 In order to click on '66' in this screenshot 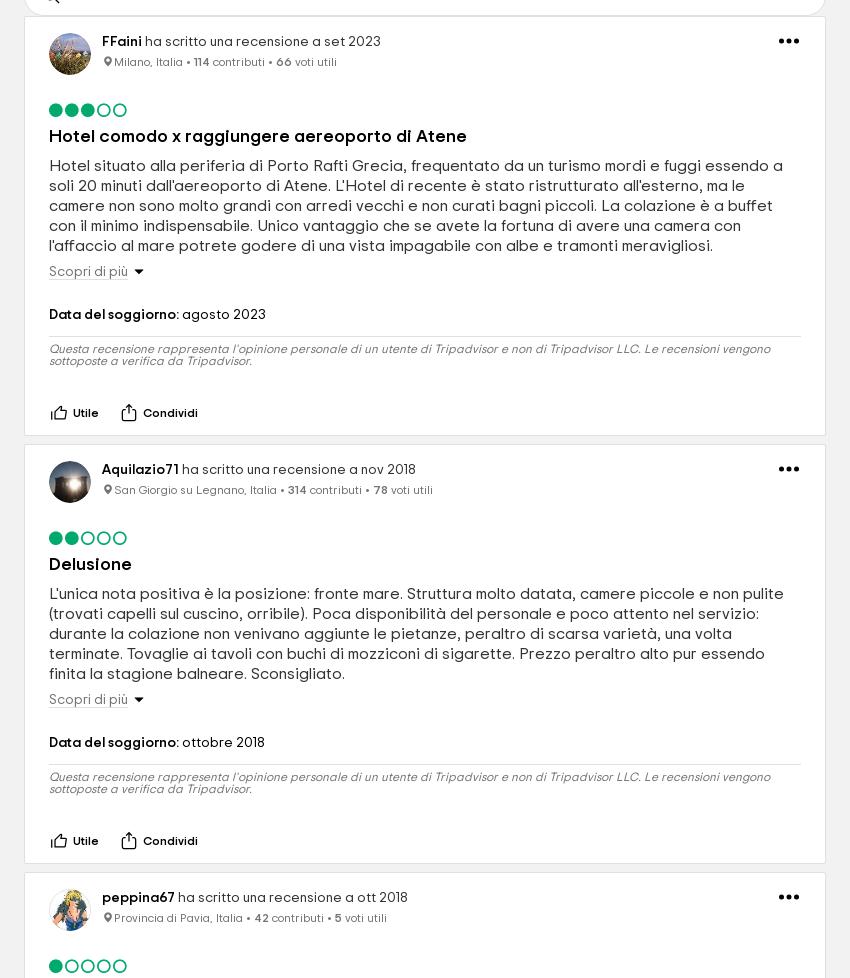, I will do `click(282, 62)`.